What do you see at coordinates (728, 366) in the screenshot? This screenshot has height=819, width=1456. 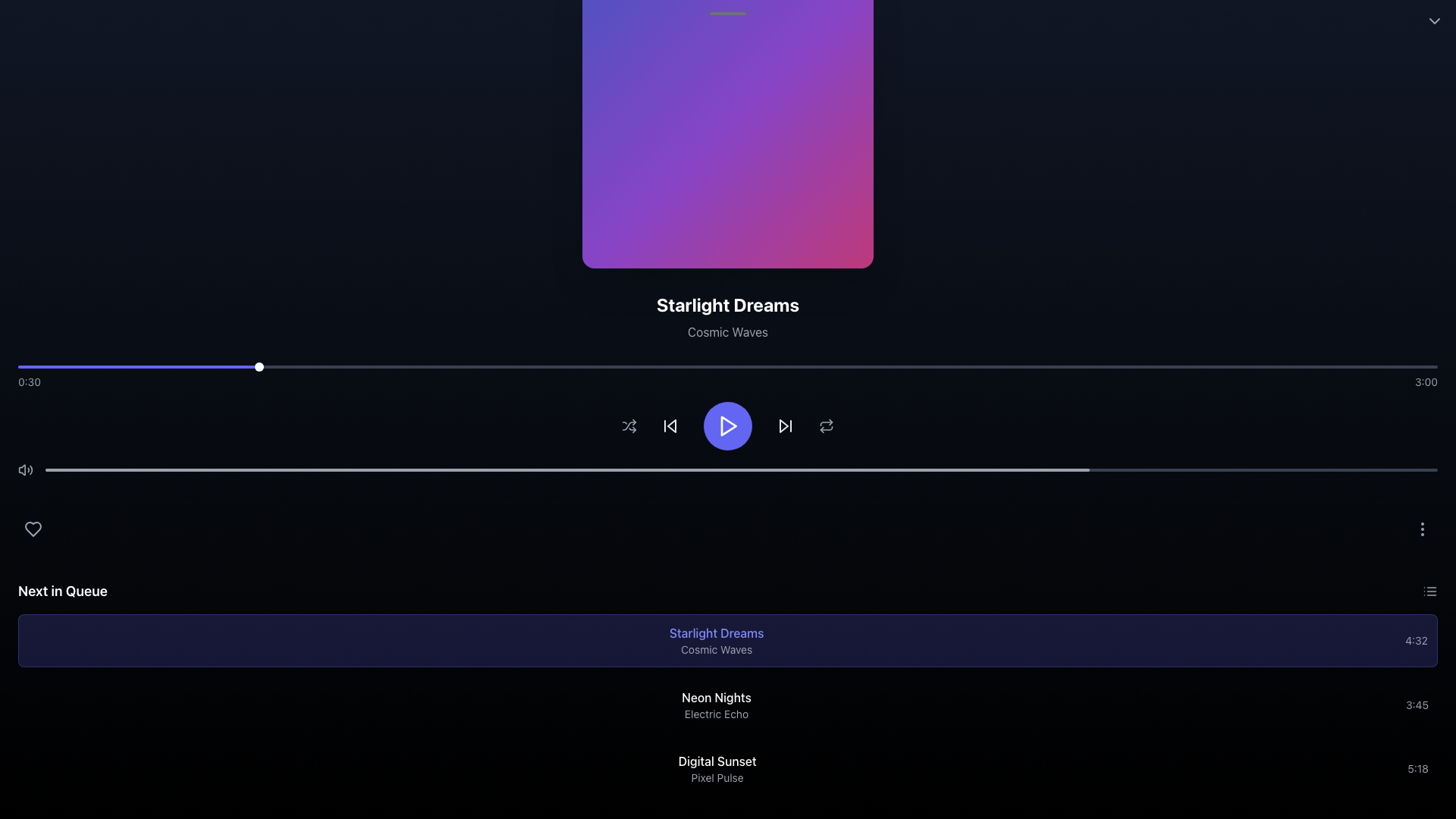 I see `playback position` at bounding box center [728, 366].